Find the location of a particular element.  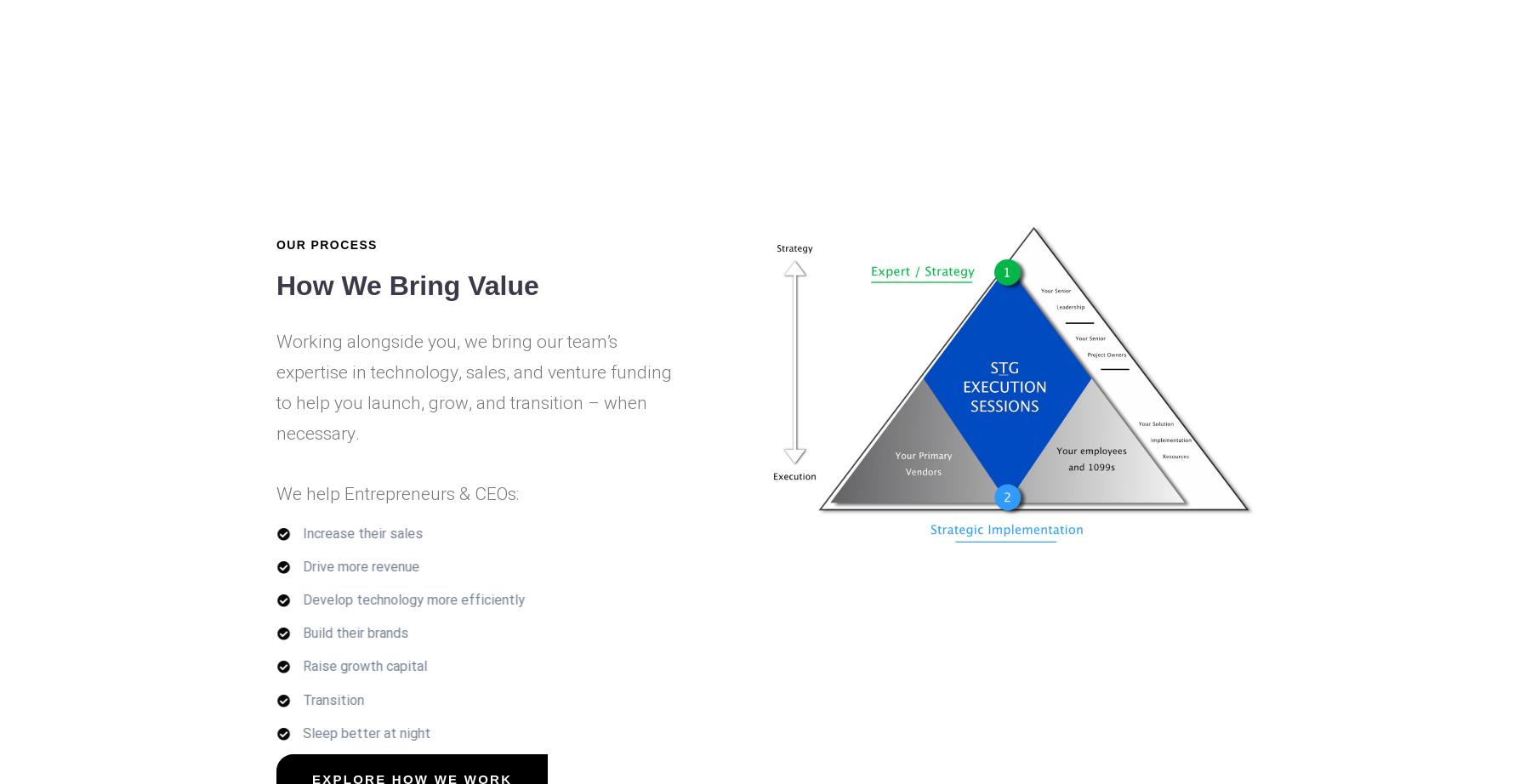

'Drive more revenue' is located at coordinates (360, 565).